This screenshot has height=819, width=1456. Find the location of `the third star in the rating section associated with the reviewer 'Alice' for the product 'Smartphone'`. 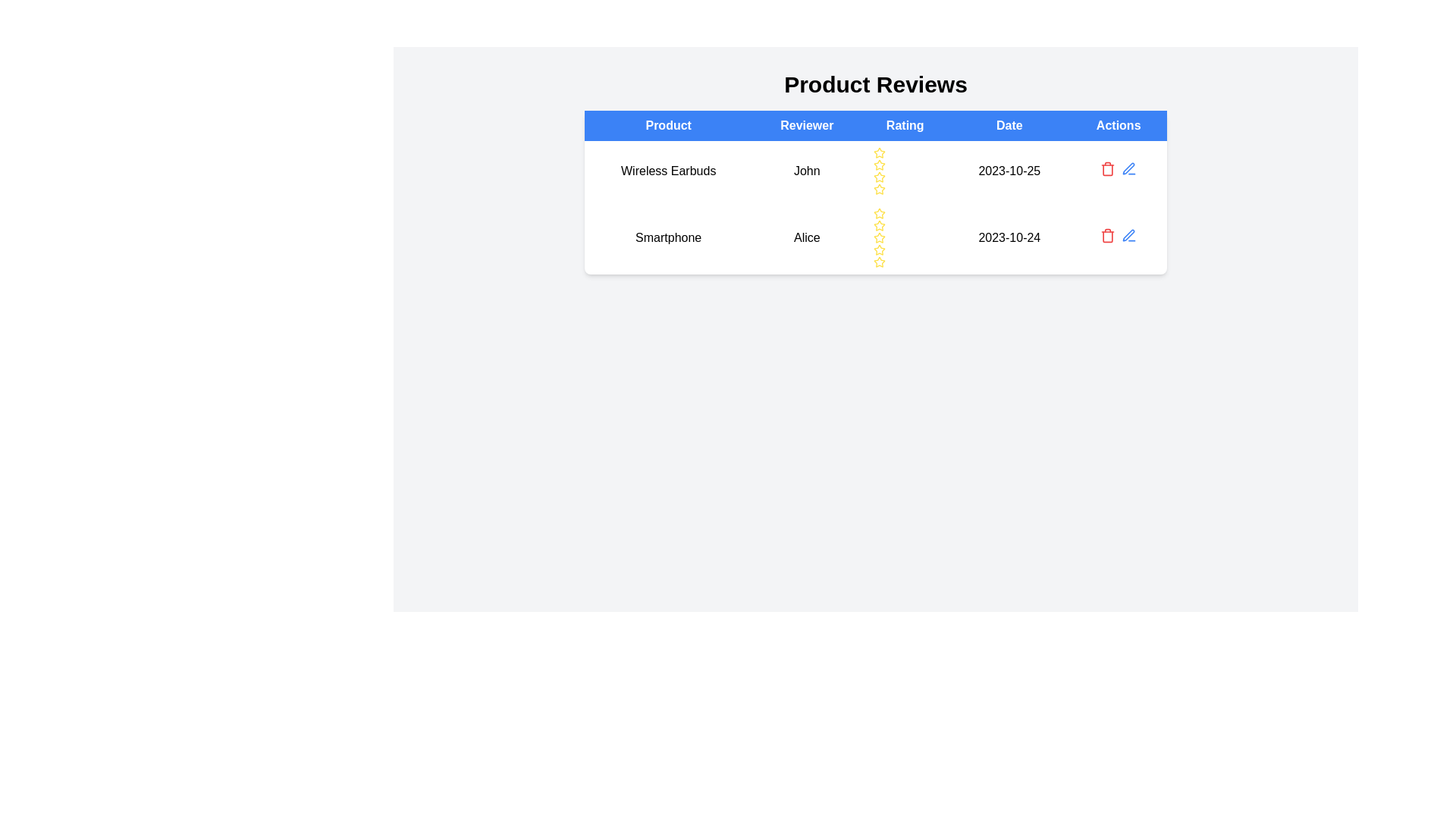

the third star in the rating section associated with the reviewer 'Alice' for the product 'Smartphone' is located at coordinates (880, 225).